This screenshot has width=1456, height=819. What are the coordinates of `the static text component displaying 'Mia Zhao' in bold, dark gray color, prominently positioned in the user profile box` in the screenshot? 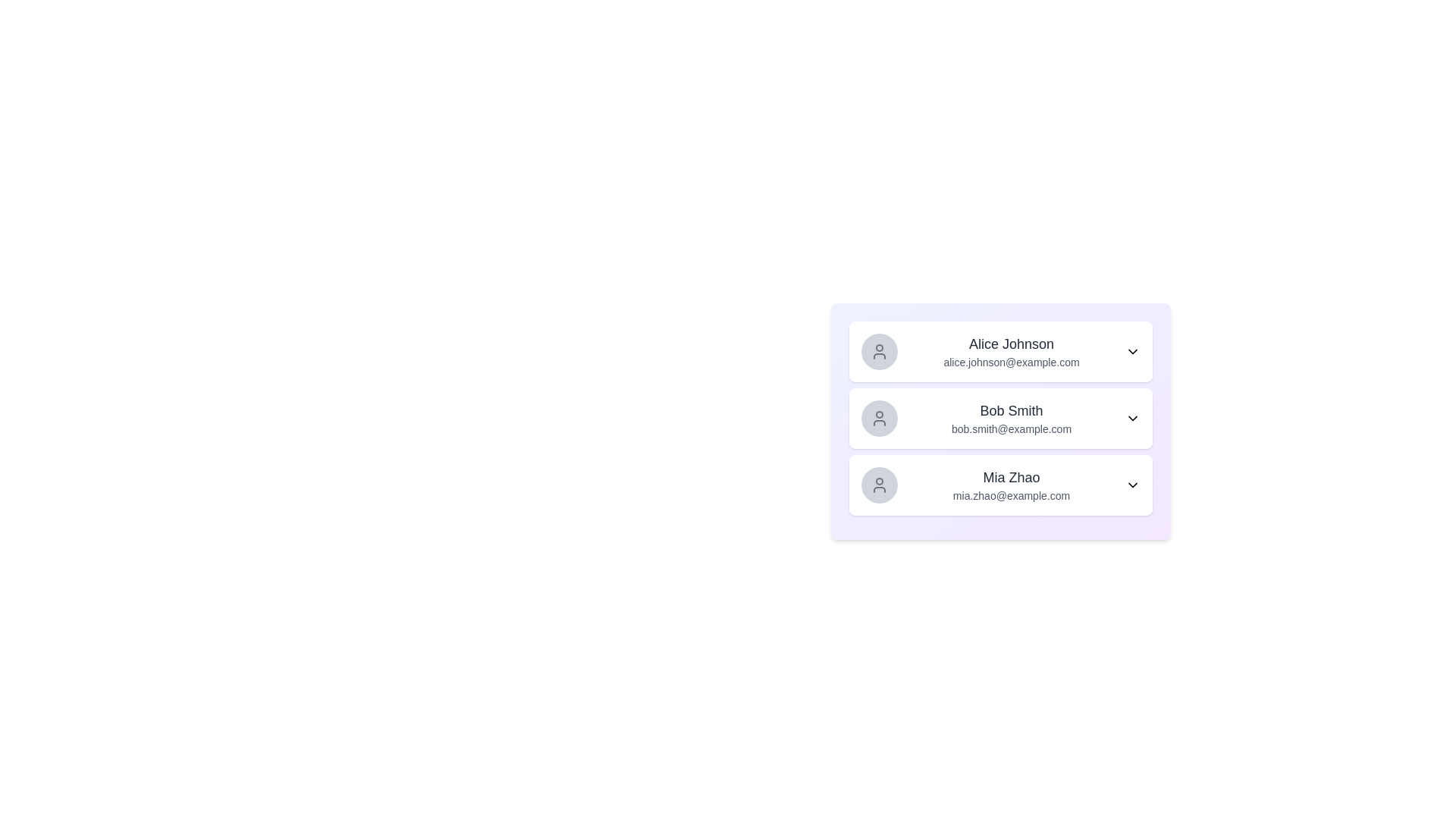 It's located at (1012, 476).